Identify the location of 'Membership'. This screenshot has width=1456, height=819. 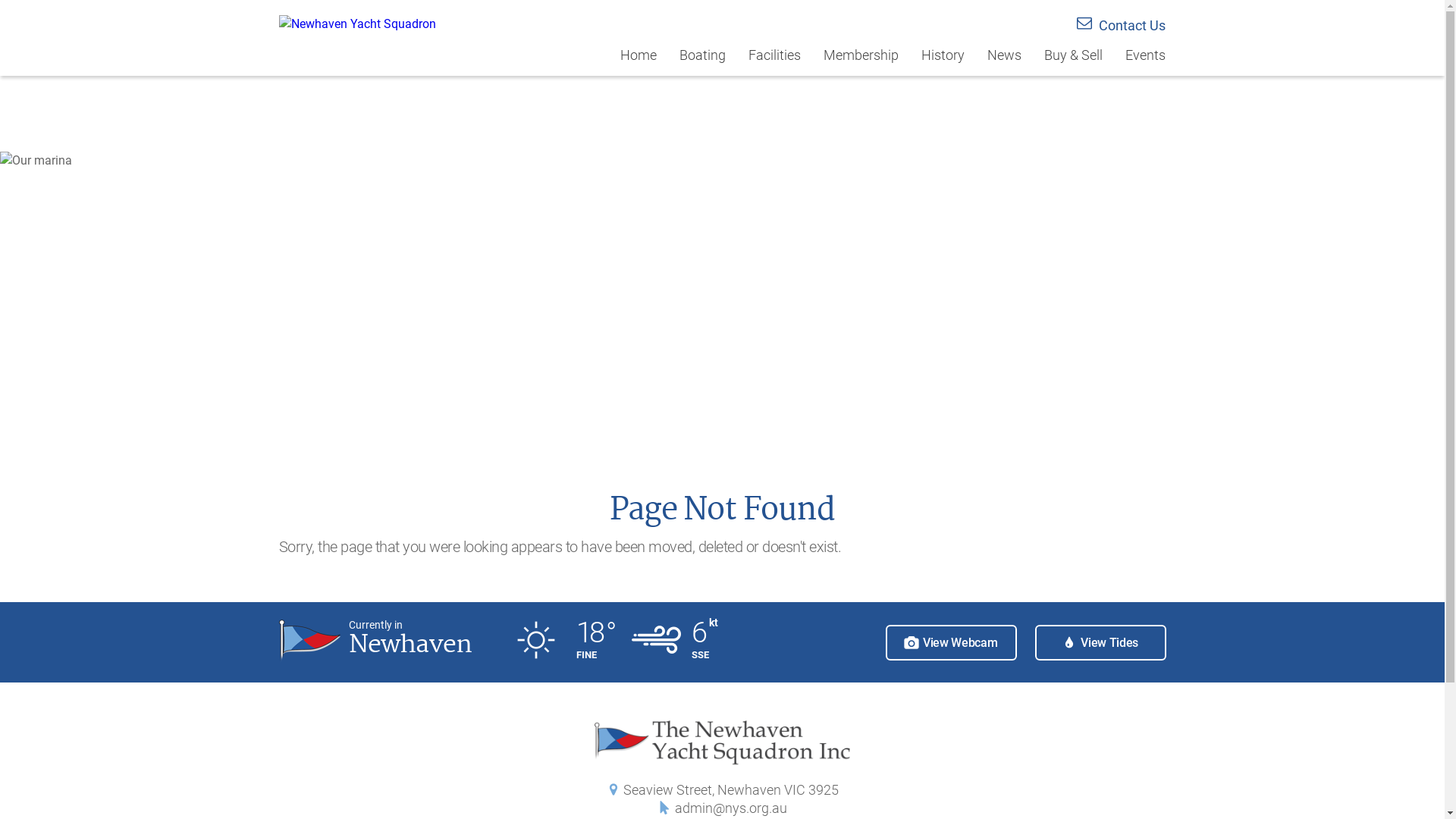
(861, 60).